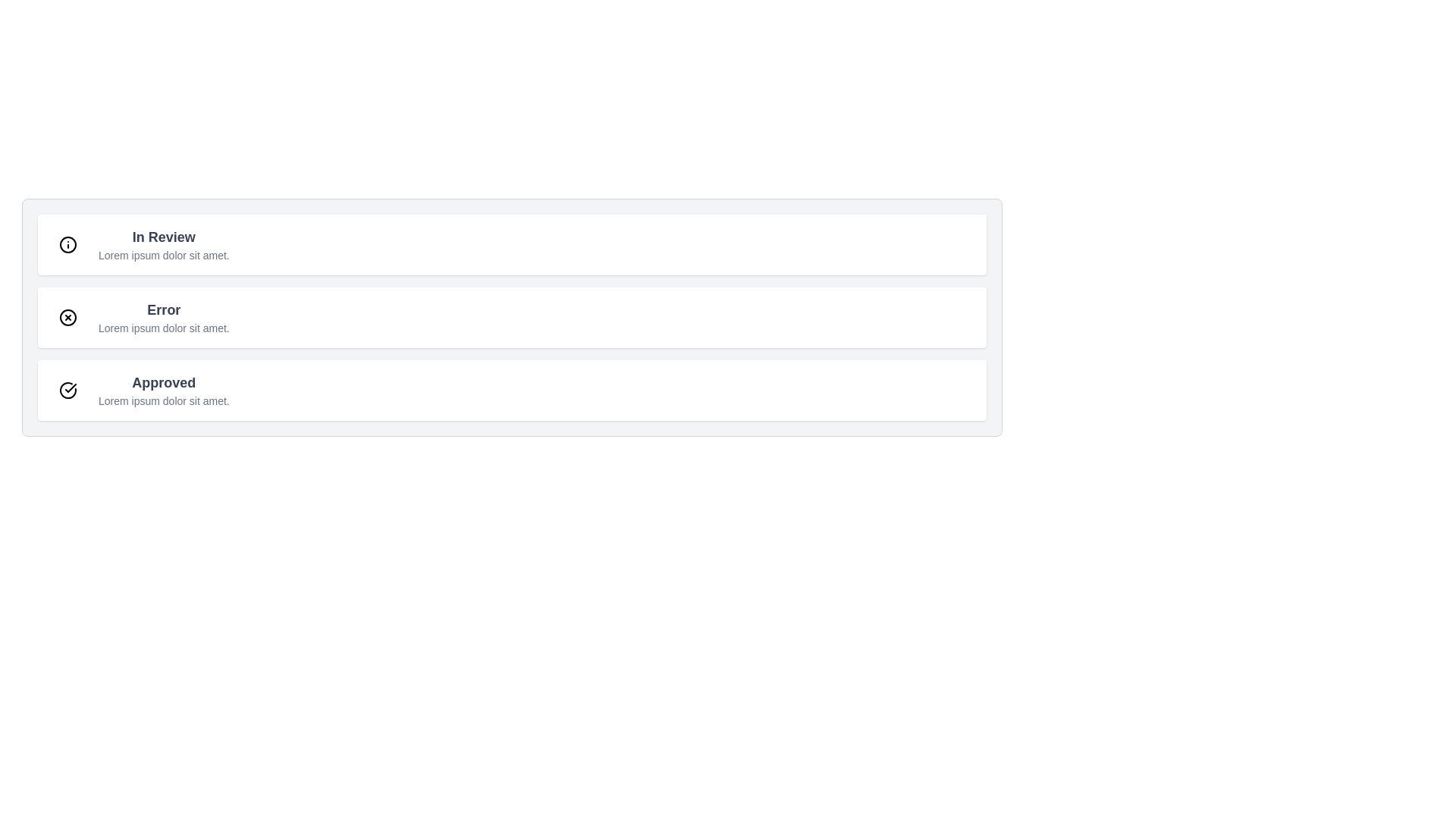 The image size is (1456, 819). What do you see at coordinates (67, 244) in the screenshot?
I see `the small circular information icon with an encircled 'i' located to the left of the 'In Review' label for interpretive purposes` at bounding box center [67, 244].